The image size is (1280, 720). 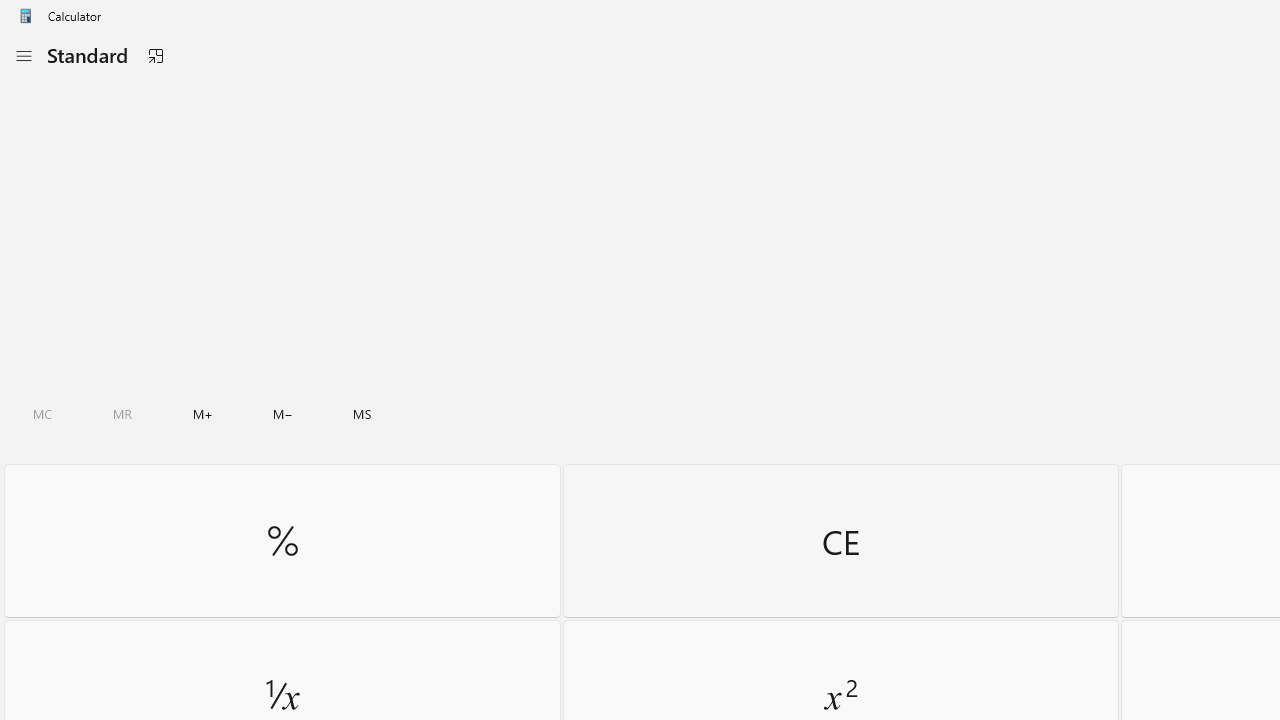 What do you see at coordinates (282, 413) in the screenshot?
I see `'Memory subtract'` at bounding box center [282, 413].